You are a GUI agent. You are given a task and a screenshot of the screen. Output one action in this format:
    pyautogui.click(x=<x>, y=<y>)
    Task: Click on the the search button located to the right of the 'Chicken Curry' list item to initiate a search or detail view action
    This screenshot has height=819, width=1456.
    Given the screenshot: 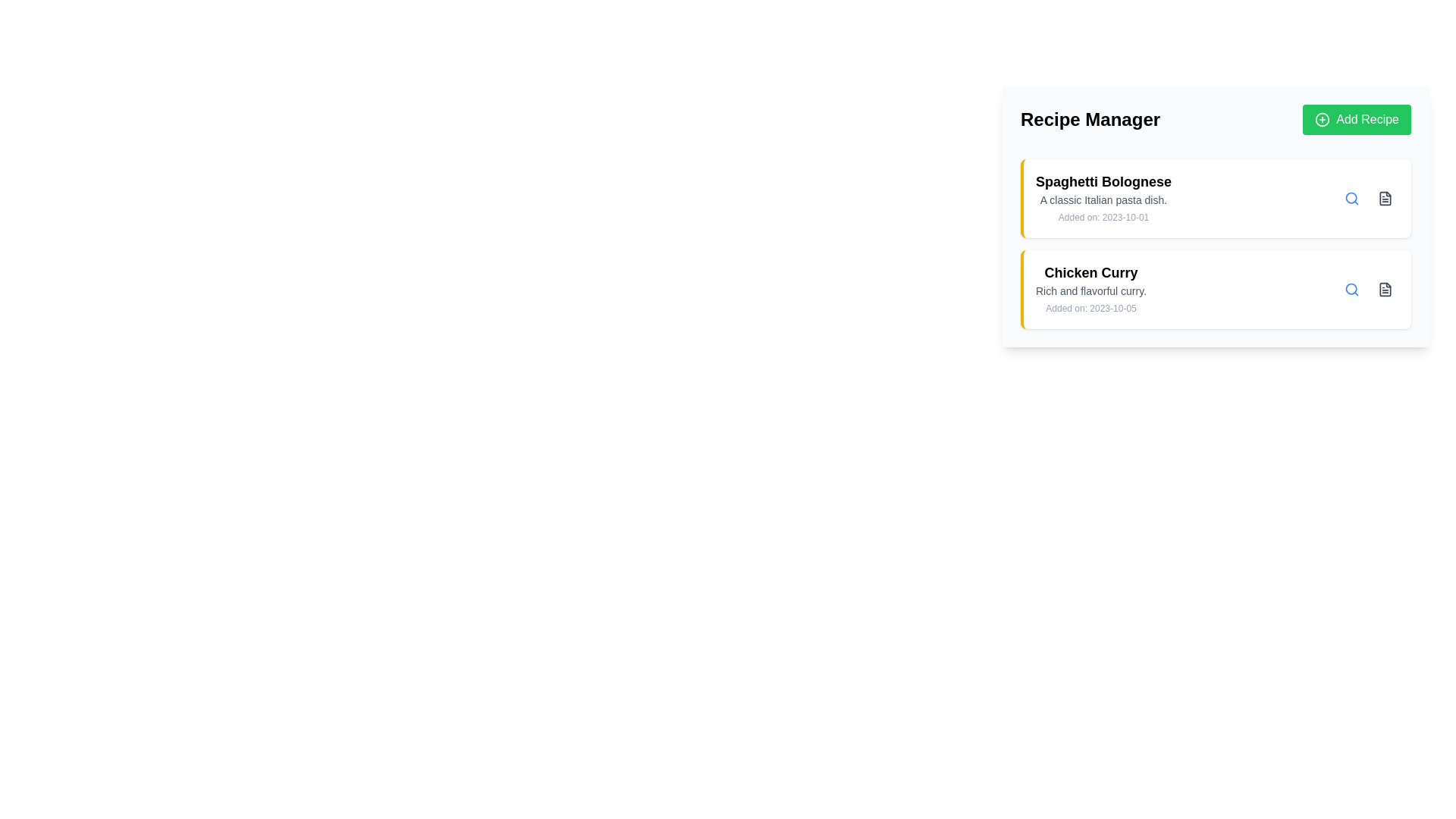 What is the action you would take?
    pyautogui.click(x=1351, y=289)
    